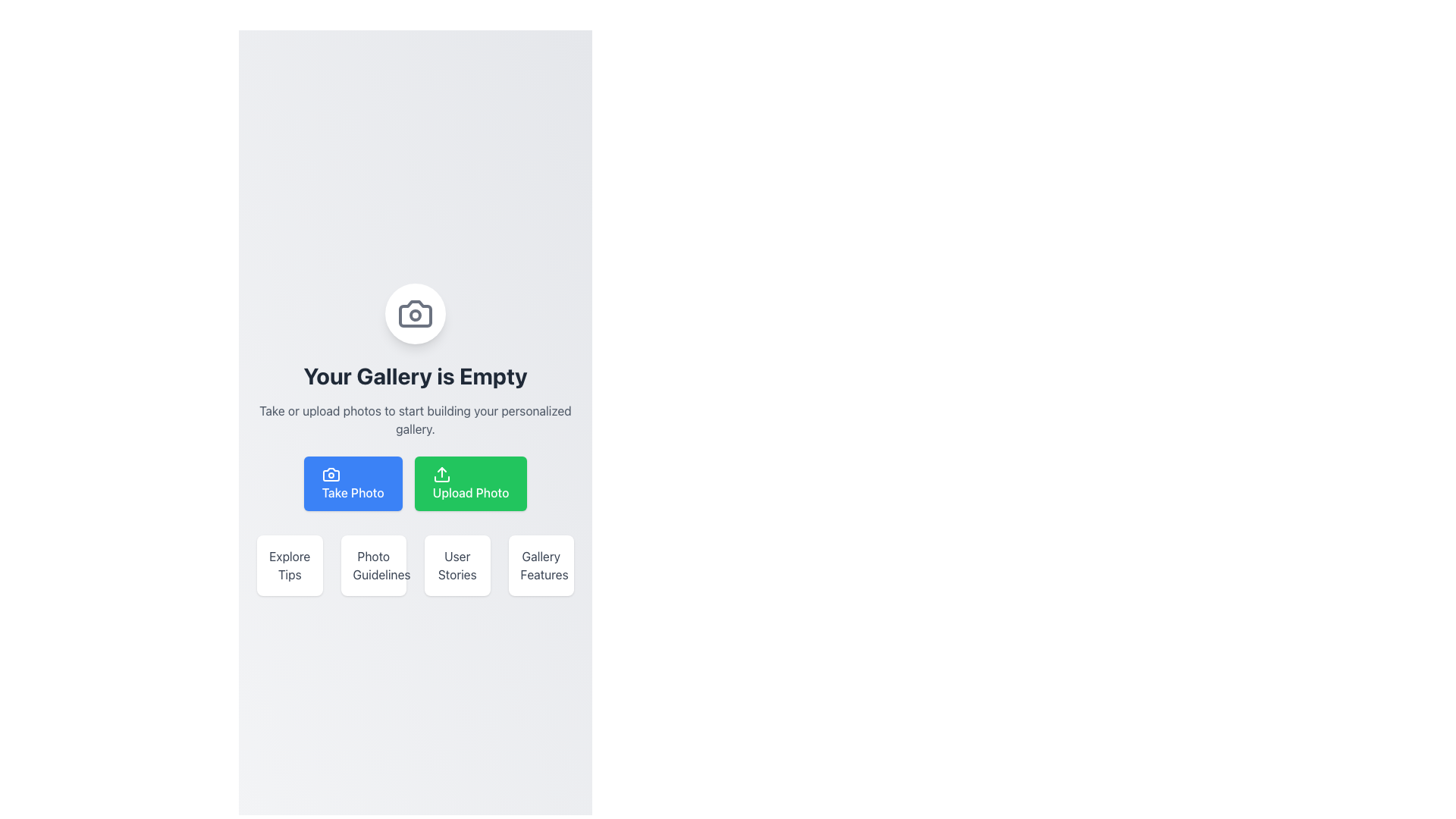 Image resolution: width=1456 pixels, height=819 pixels. What do you see at coordinates (415, 312) in the screenshot?
I see `the camera icon, which is an outlined graphic with a lens in the center, located at the center of a circular white background above the text 'Your Gallery is Empty.'` at bounding box center [415, 312].